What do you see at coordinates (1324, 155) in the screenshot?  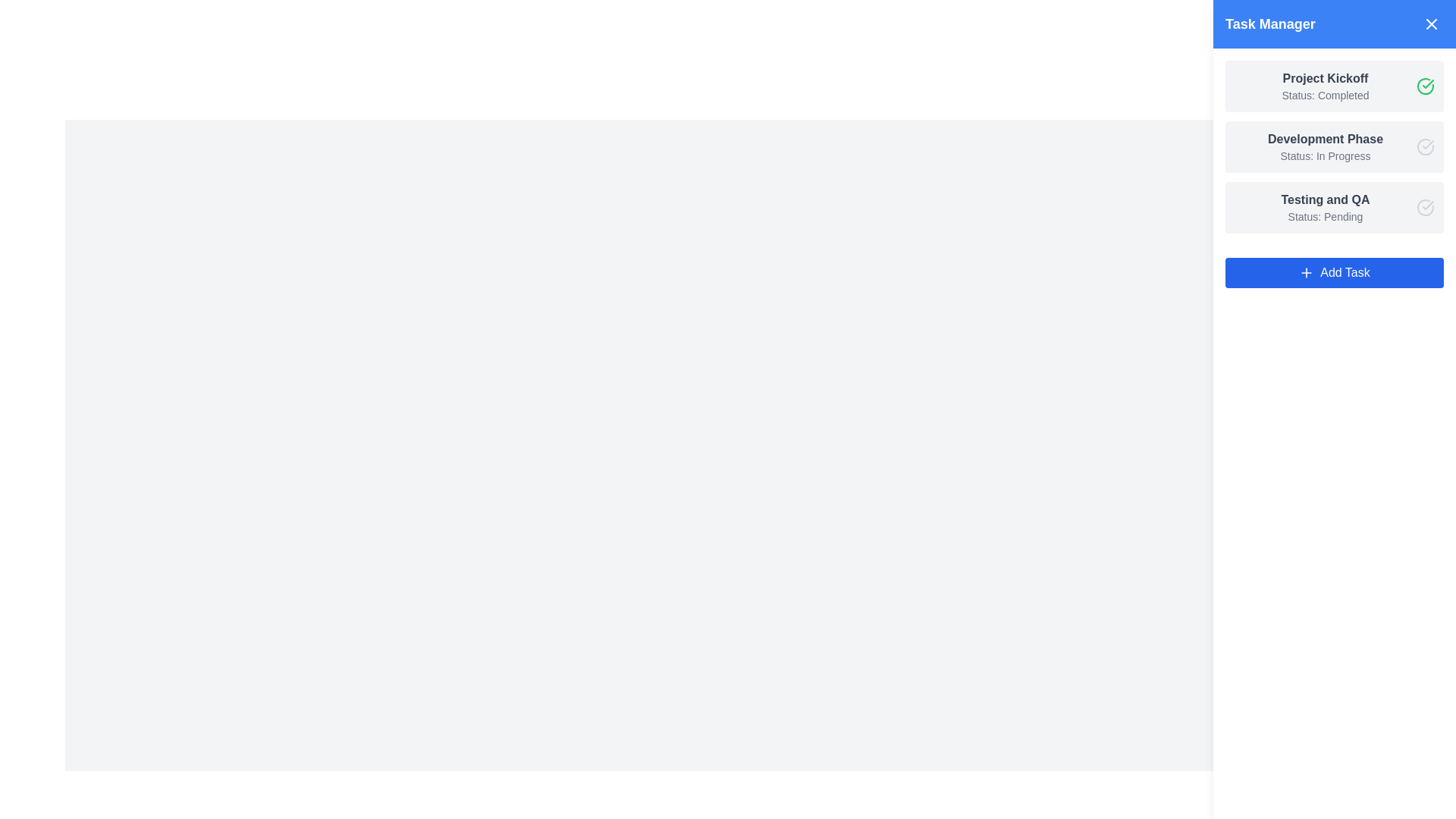 I see `the status update text label that indicates 'In Progress' for the 'Development Phase' task, located in the second card of the vertical task list in the right sidebar` at bounding box center [1324, 155].